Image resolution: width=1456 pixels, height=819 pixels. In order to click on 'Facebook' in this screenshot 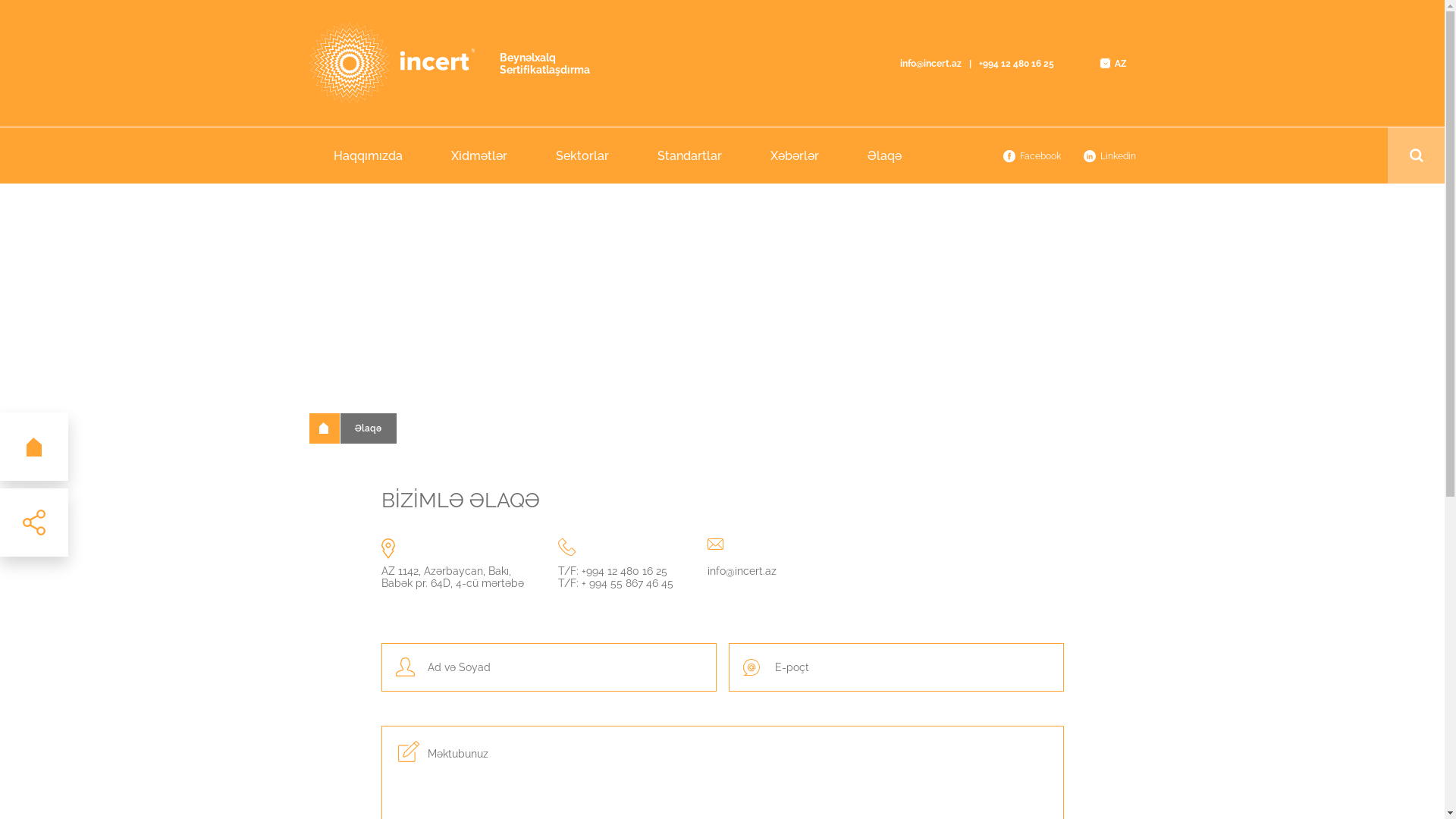, I will do `click(1031, 155)`.